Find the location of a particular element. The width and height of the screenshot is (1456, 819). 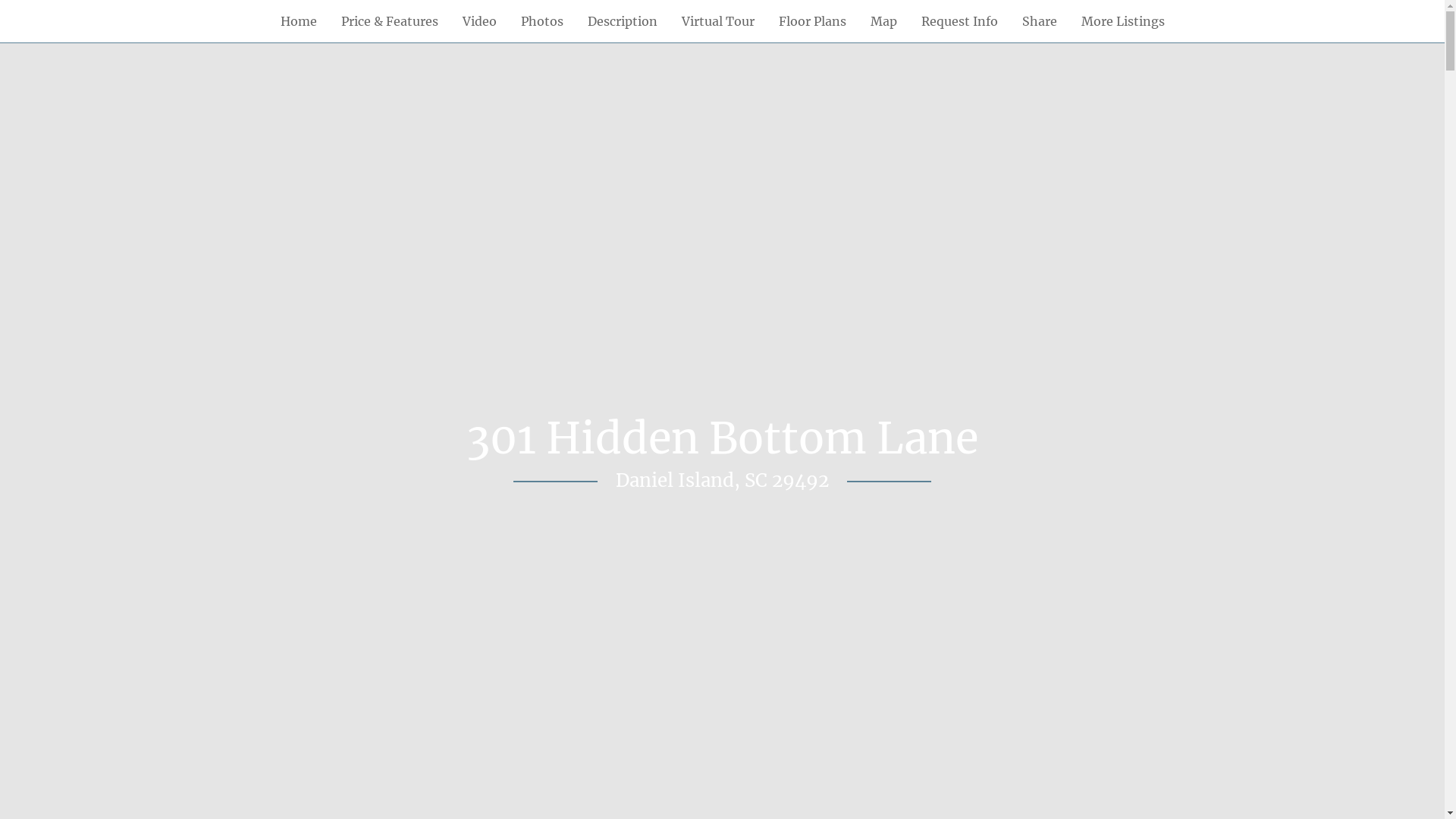

'Map' is located at coordinates (883, 20).